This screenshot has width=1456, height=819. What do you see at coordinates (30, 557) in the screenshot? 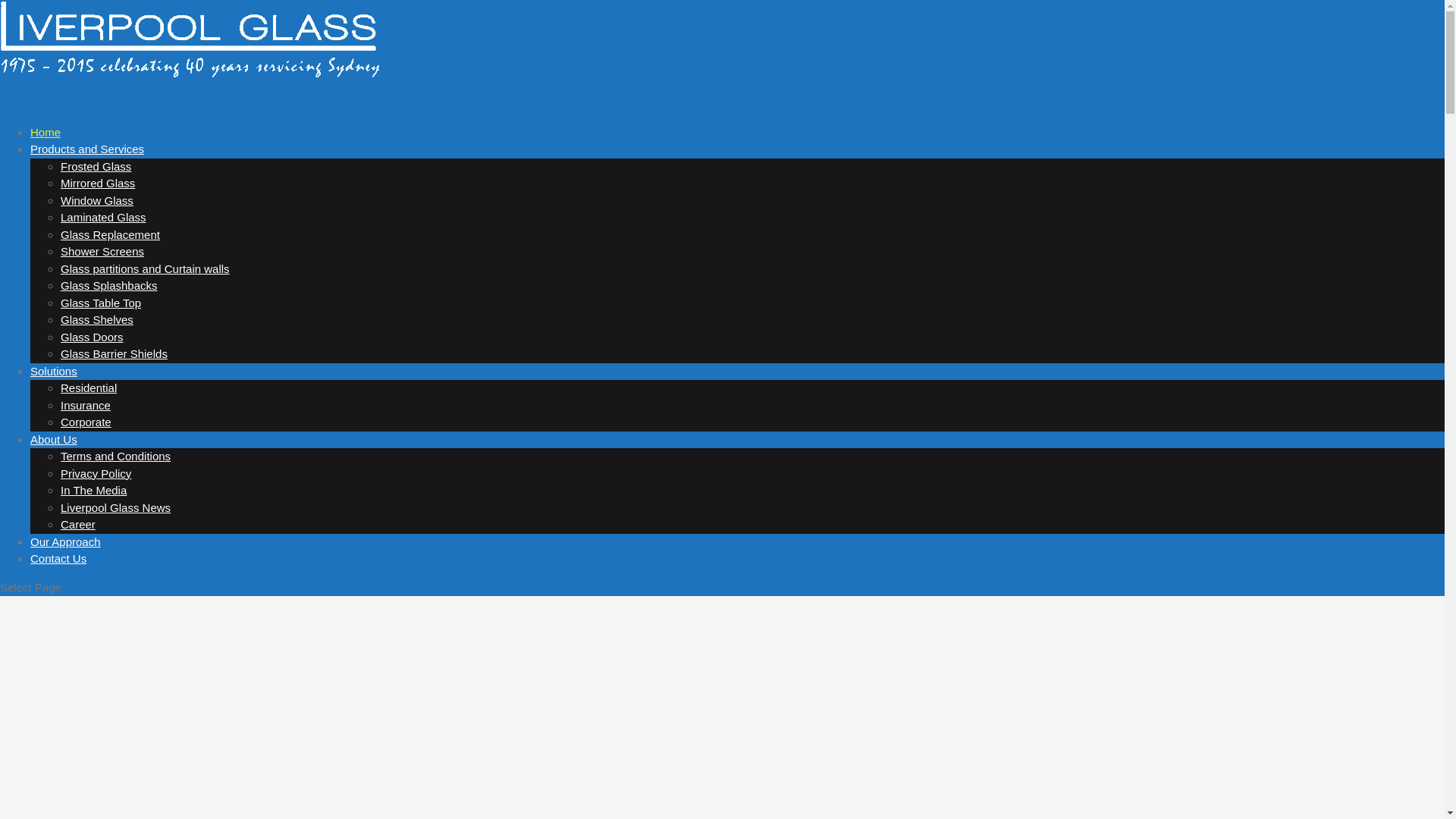
I see `'Our Approach'` at bounding box center [30, 557].